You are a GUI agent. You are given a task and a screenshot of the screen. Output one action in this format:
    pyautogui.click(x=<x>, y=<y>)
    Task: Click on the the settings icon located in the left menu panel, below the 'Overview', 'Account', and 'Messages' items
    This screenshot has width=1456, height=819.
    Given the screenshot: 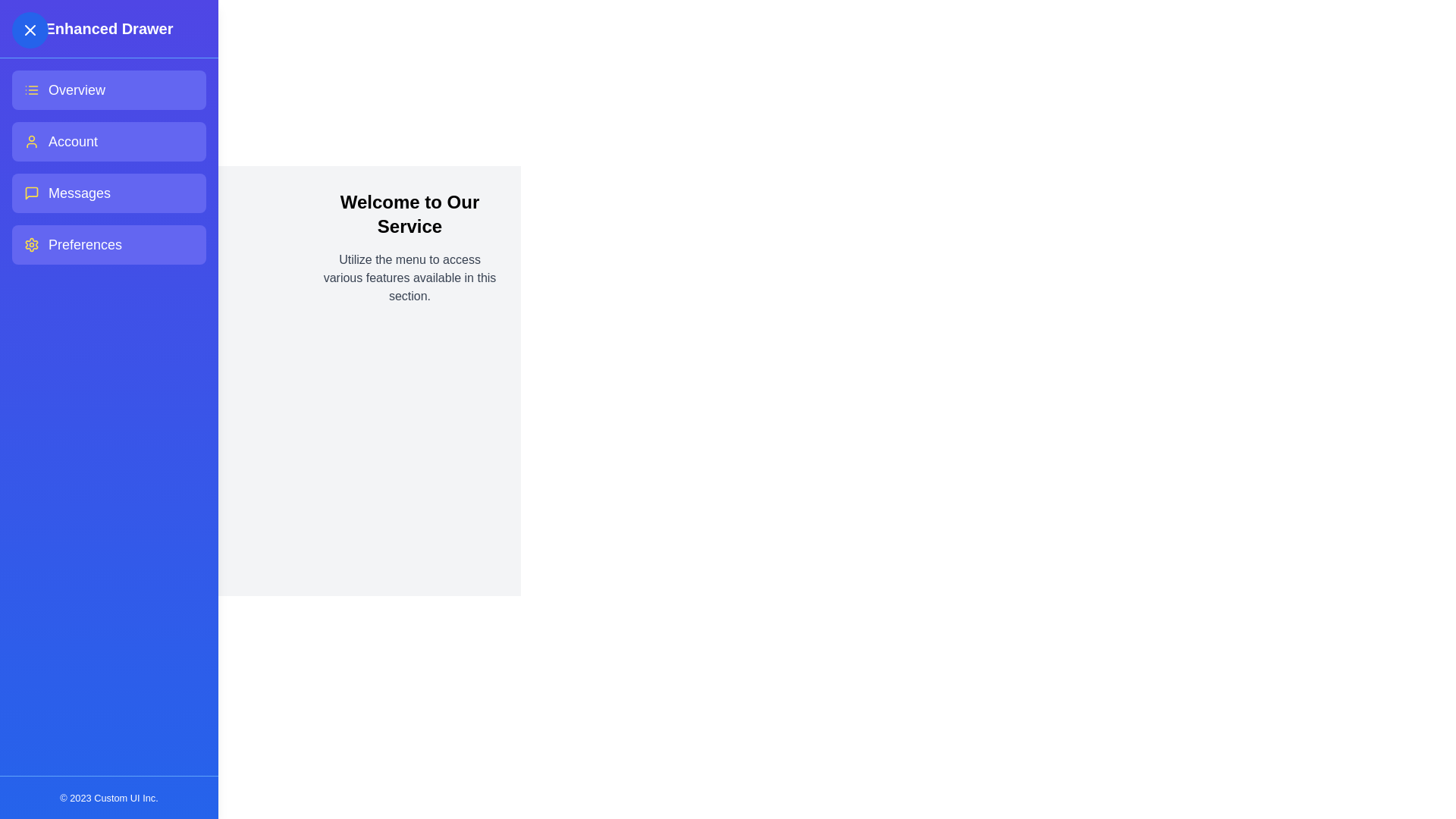 What is the action you would take?
    pyautogui.click(x=32, y=244)
    